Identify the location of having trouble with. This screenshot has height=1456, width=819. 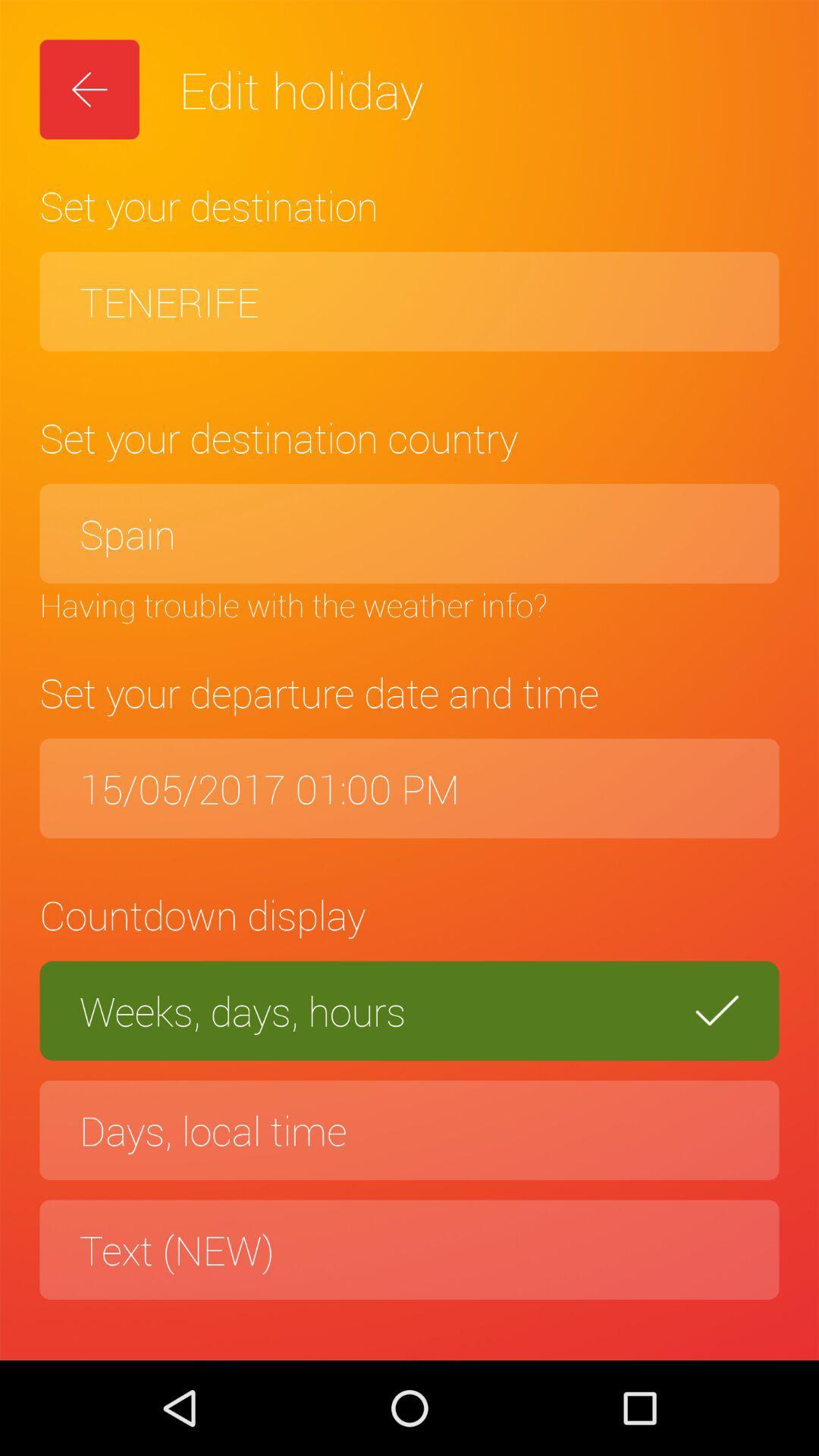
(409, 604).